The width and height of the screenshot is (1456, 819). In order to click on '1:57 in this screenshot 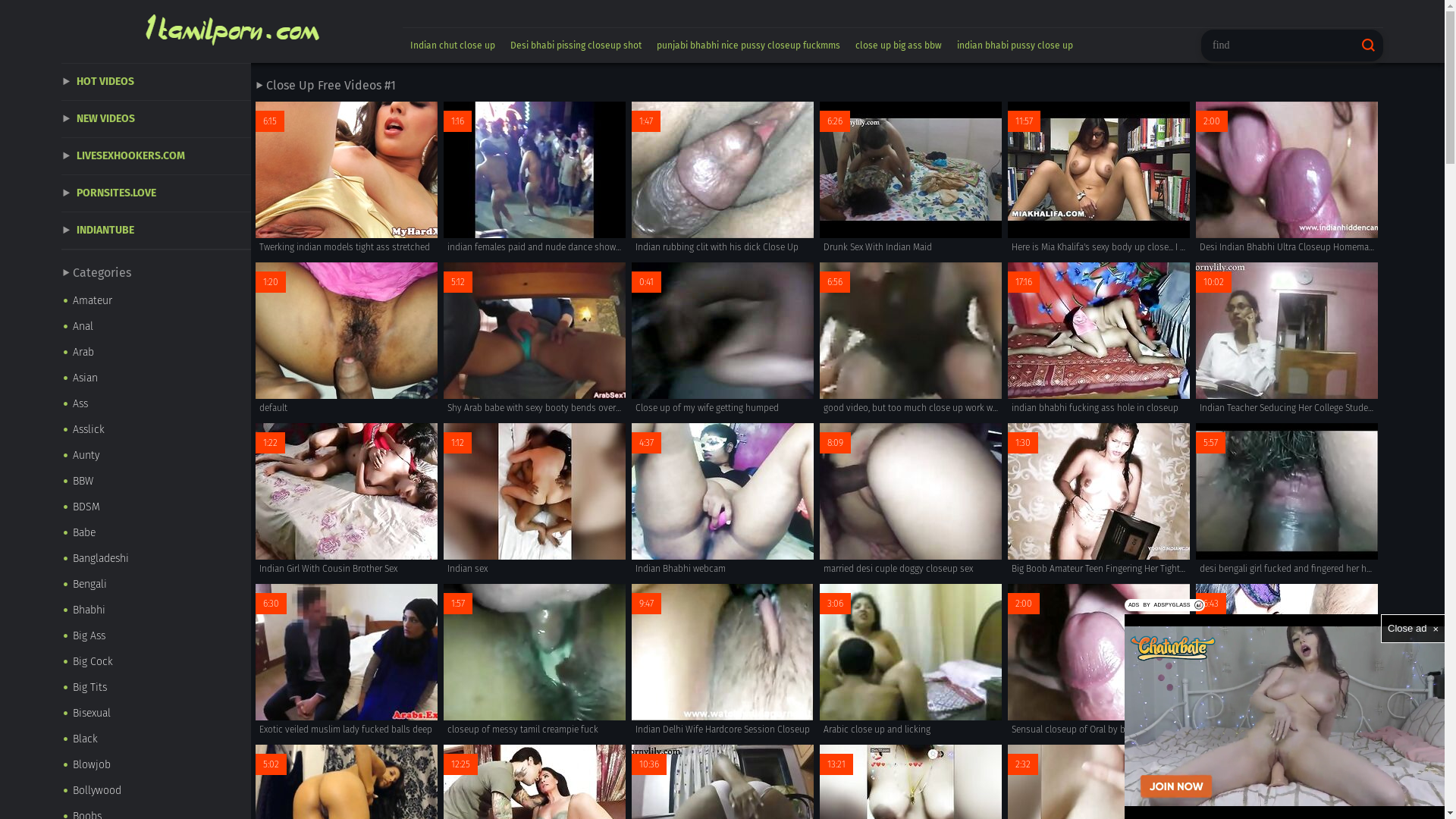, I will do `click(535, 660)`.